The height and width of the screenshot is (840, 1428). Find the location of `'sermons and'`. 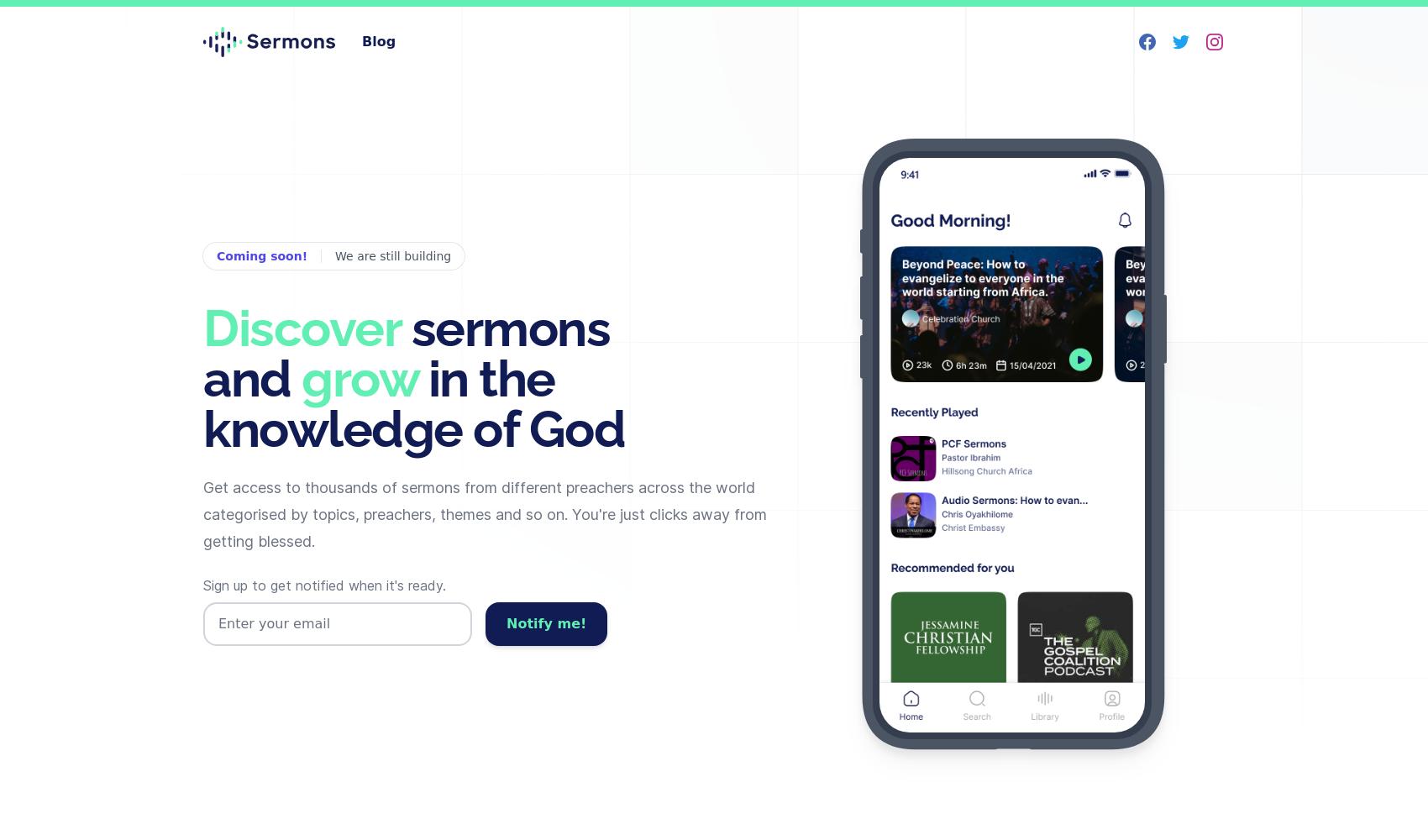

'sermons and' is located at coordinates (406, 353).